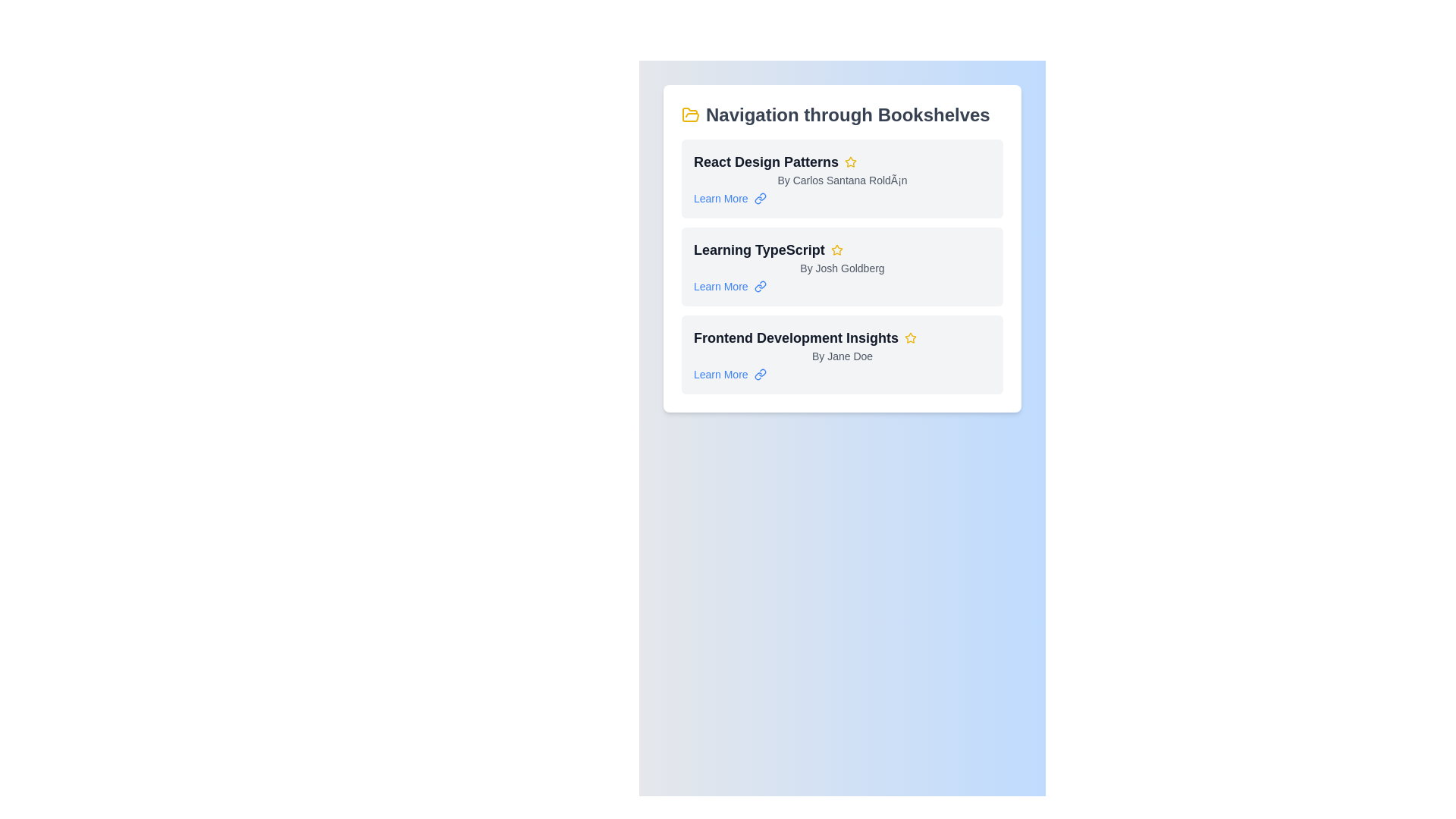 This screenshot has width=1456, height=819. Describe the element at coordinates (841, 268) in the screenshot. I see `the text element that contains the phrase 'By Josh Goldberg', styled with a smaller gray font, located beneath the title 'Learning TypeScript' and above the 'Learn More' link` at that location.